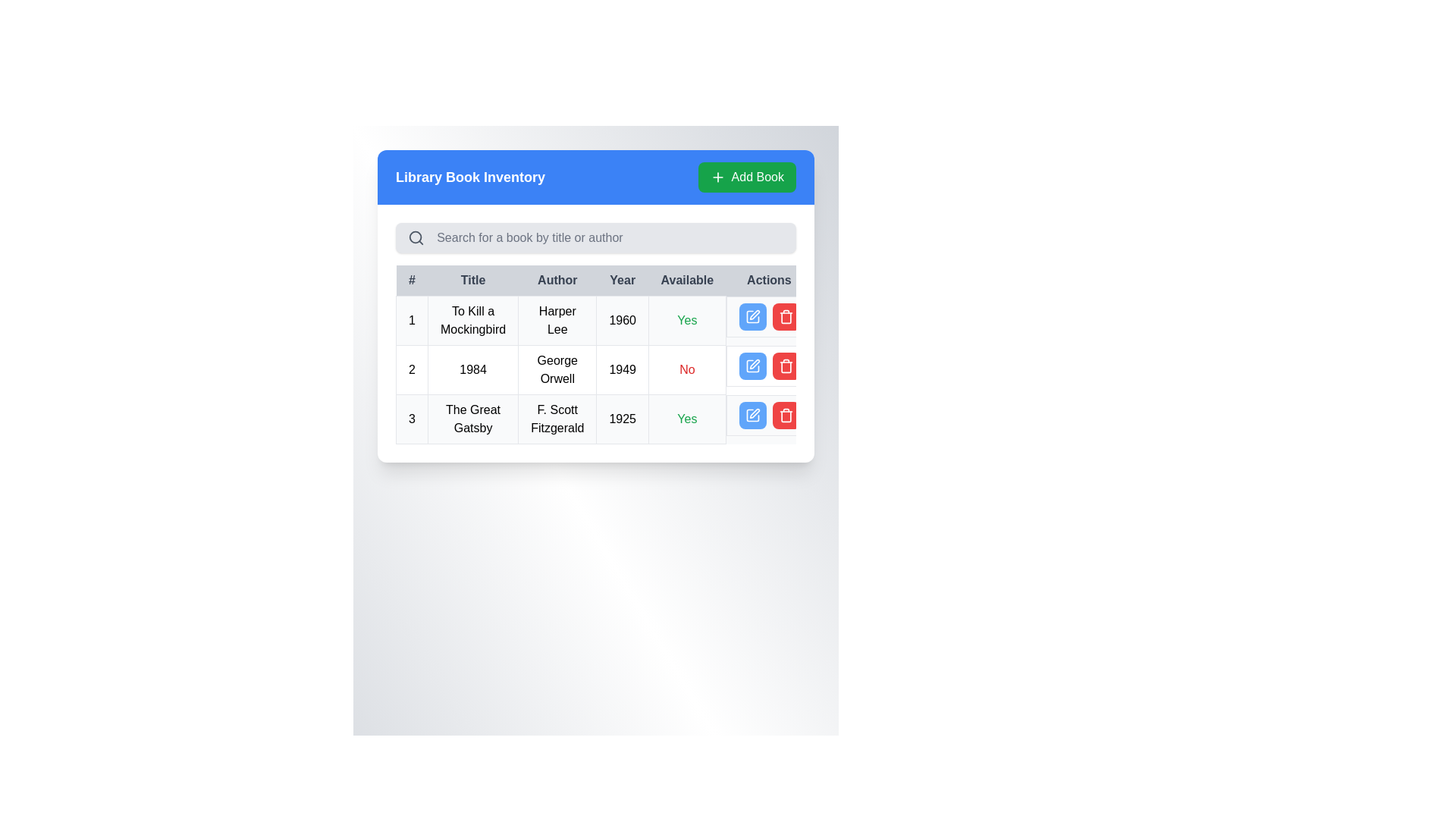 This screenshot has height=819, width=1456. What do you see at coordinates (752, 315) in the screenshot?
I see `the edit button in the 'Actions' column of the first row in the table` at bounding box center [752, 315].